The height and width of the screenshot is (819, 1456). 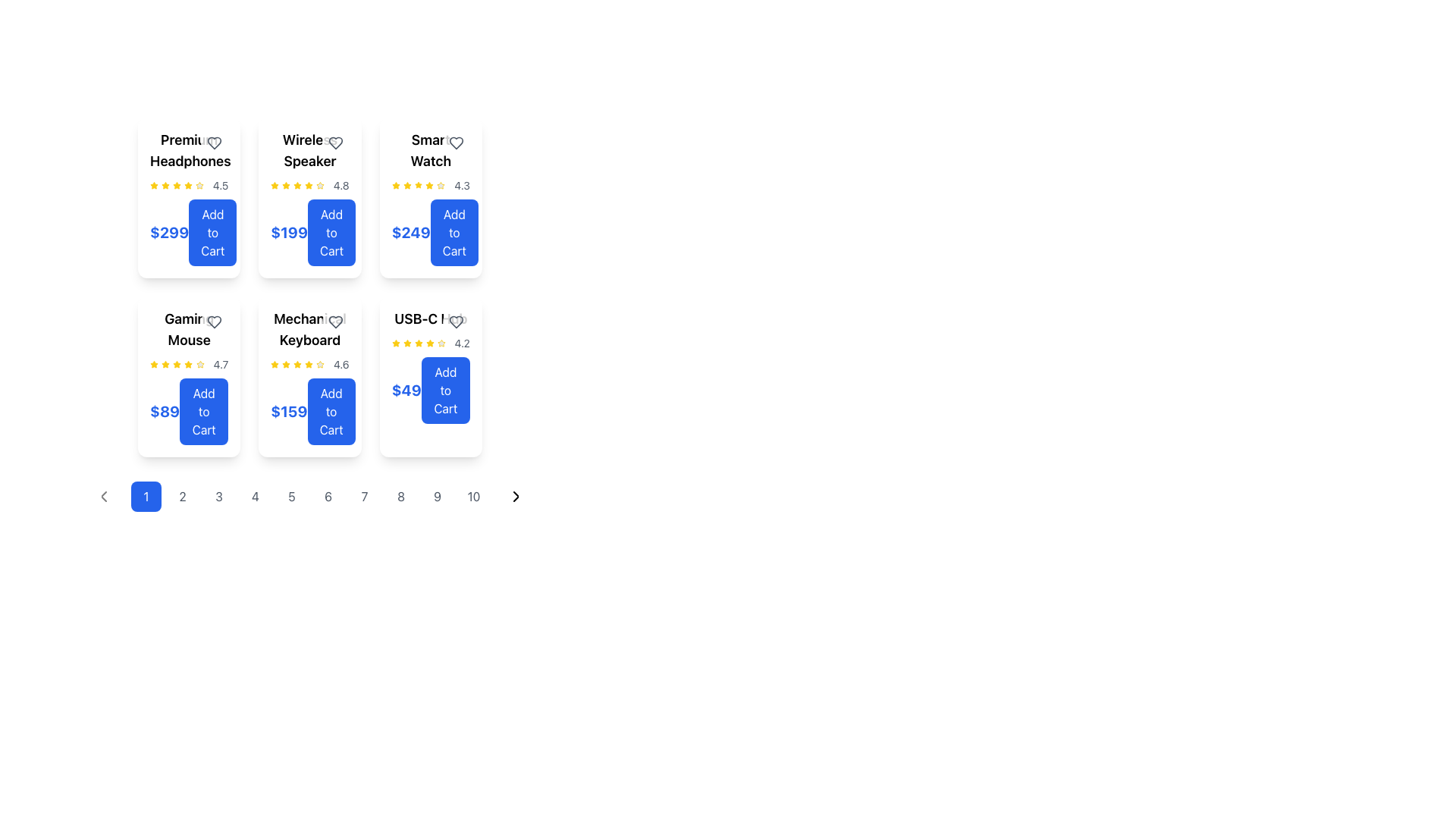 What do you see at coordinates (308, 184) in the screenshot?
I see `the star icon located in the second item of the top row in the review section to interact with the rating` at bounding box center [308, 184].